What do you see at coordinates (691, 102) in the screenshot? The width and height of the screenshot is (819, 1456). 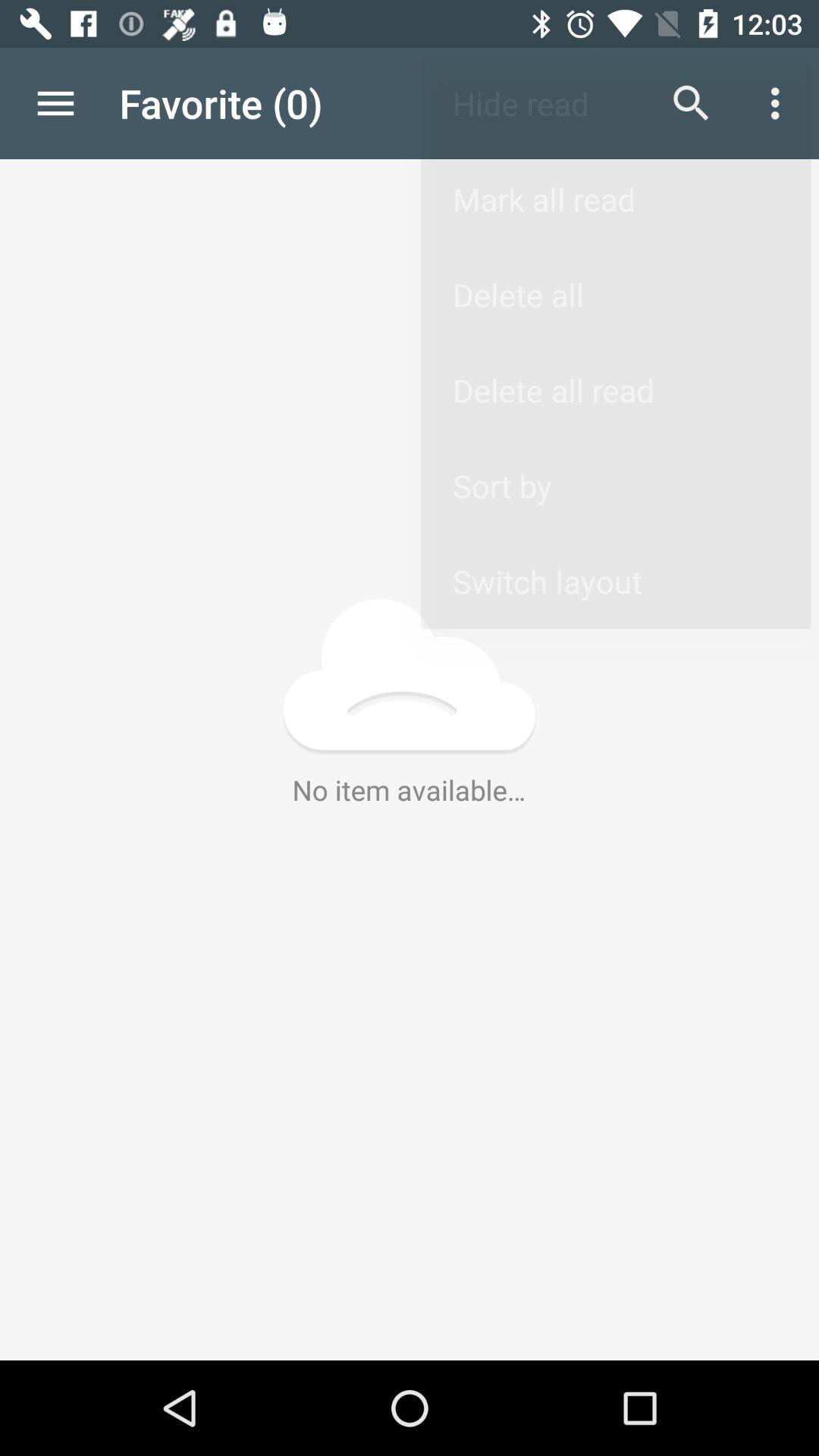 I see `the item next to favorite (0) item` at bounding box center [691, 102].